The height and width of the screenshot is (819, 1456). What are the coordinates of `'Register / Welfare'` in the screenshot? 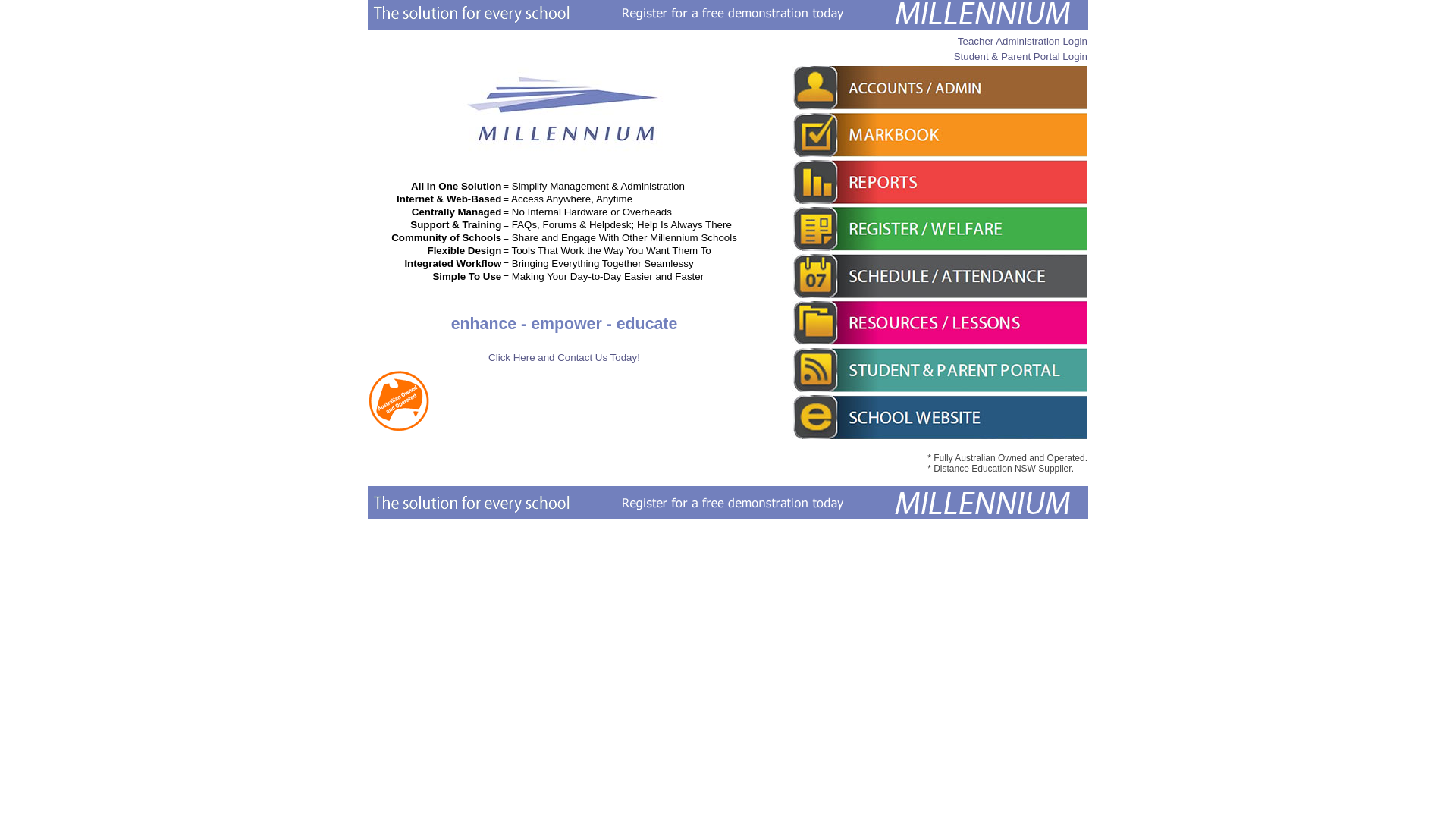 It's located at (938, 228).